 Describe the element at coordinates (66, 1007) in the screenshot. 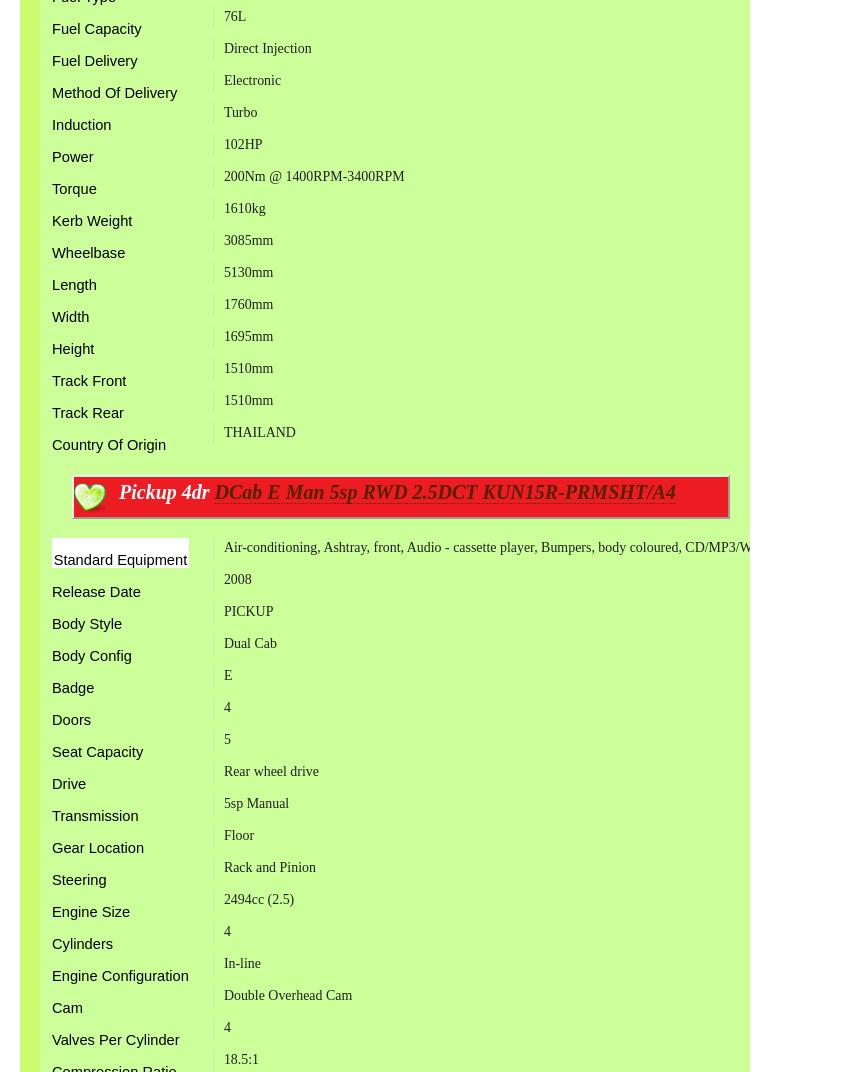

I see `'Cam'` at that location.